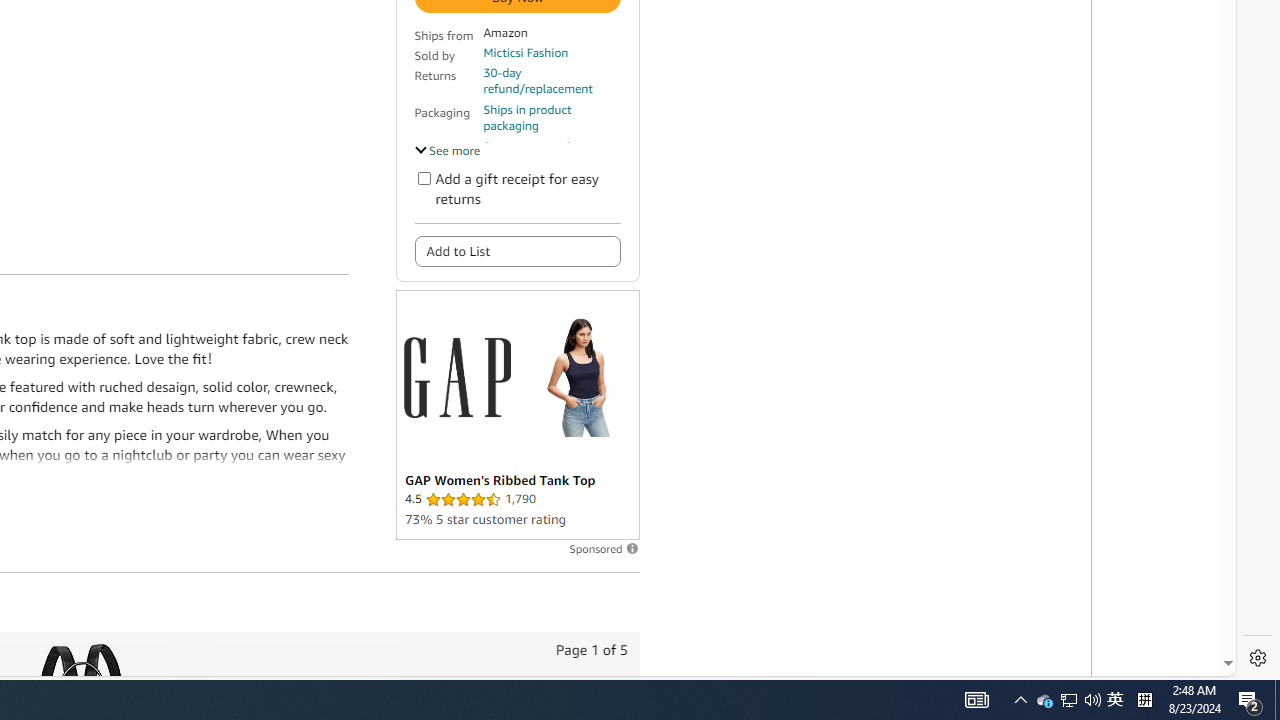  Describe the element at coordinates (551, 80) in the screenshot. I see `'30-day refund/replacement'` at that location.